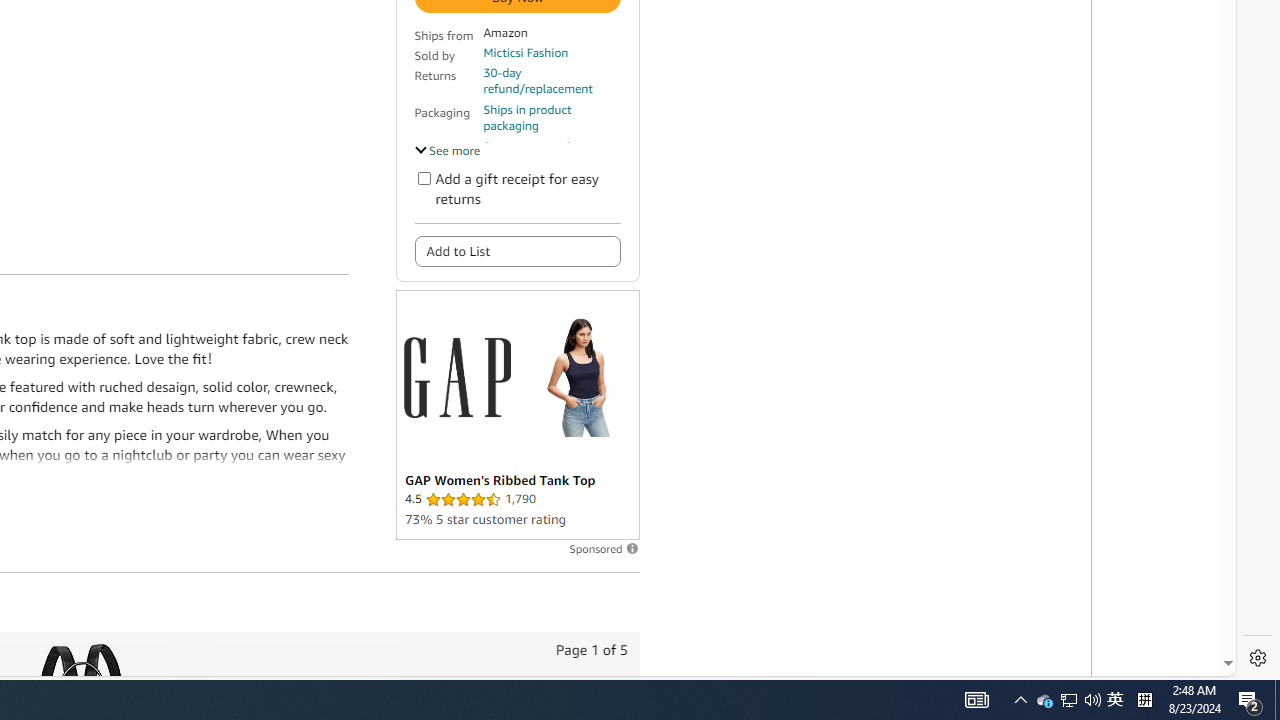  Describe the element at coordinates (551, 80) in the screenshot. I see `'30-day refund/replacement'` at that location.